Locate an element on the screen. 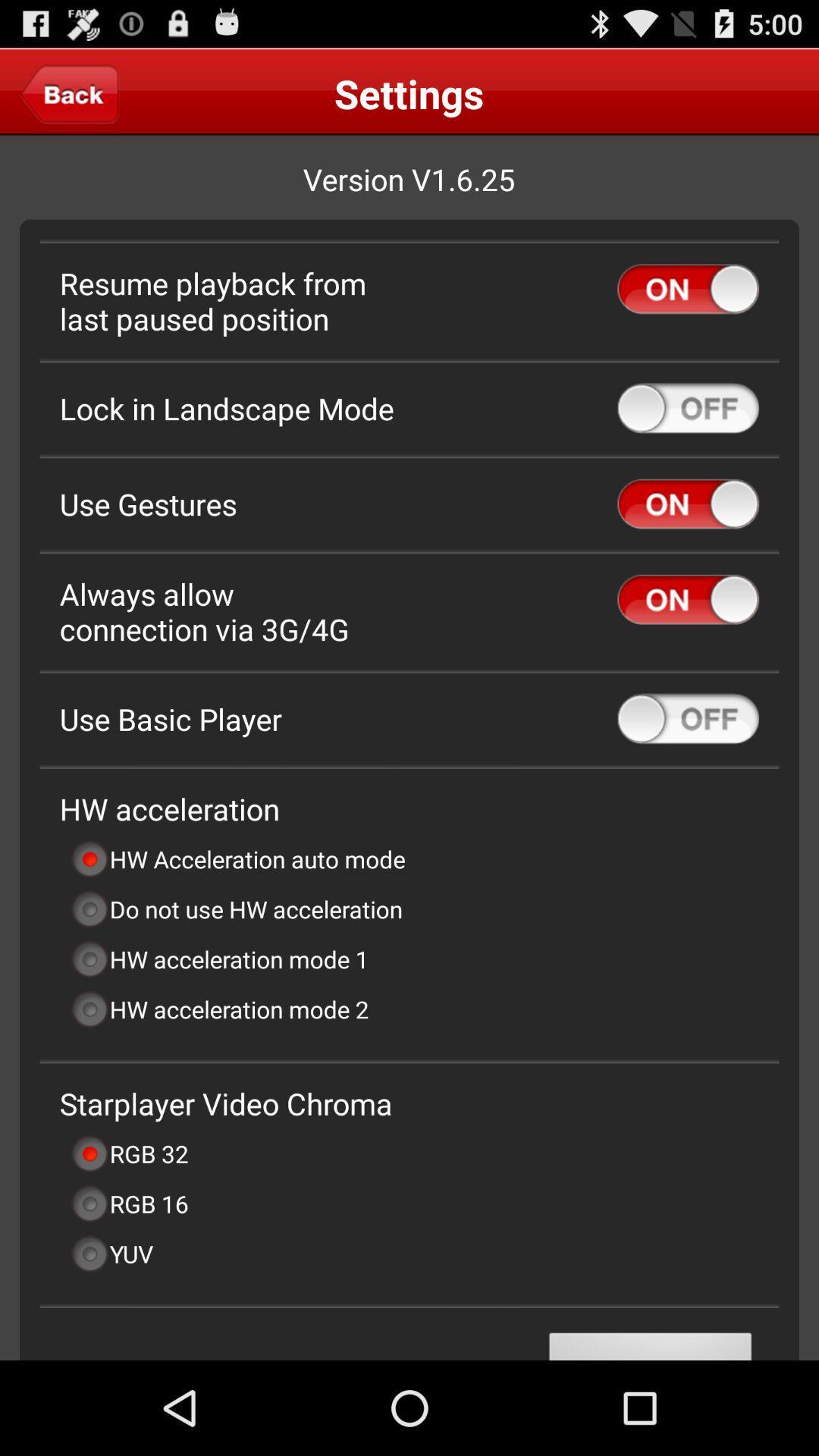 The width and height of the screenshot is (819, 1456). yuv is located at coordinates (111, 1254).